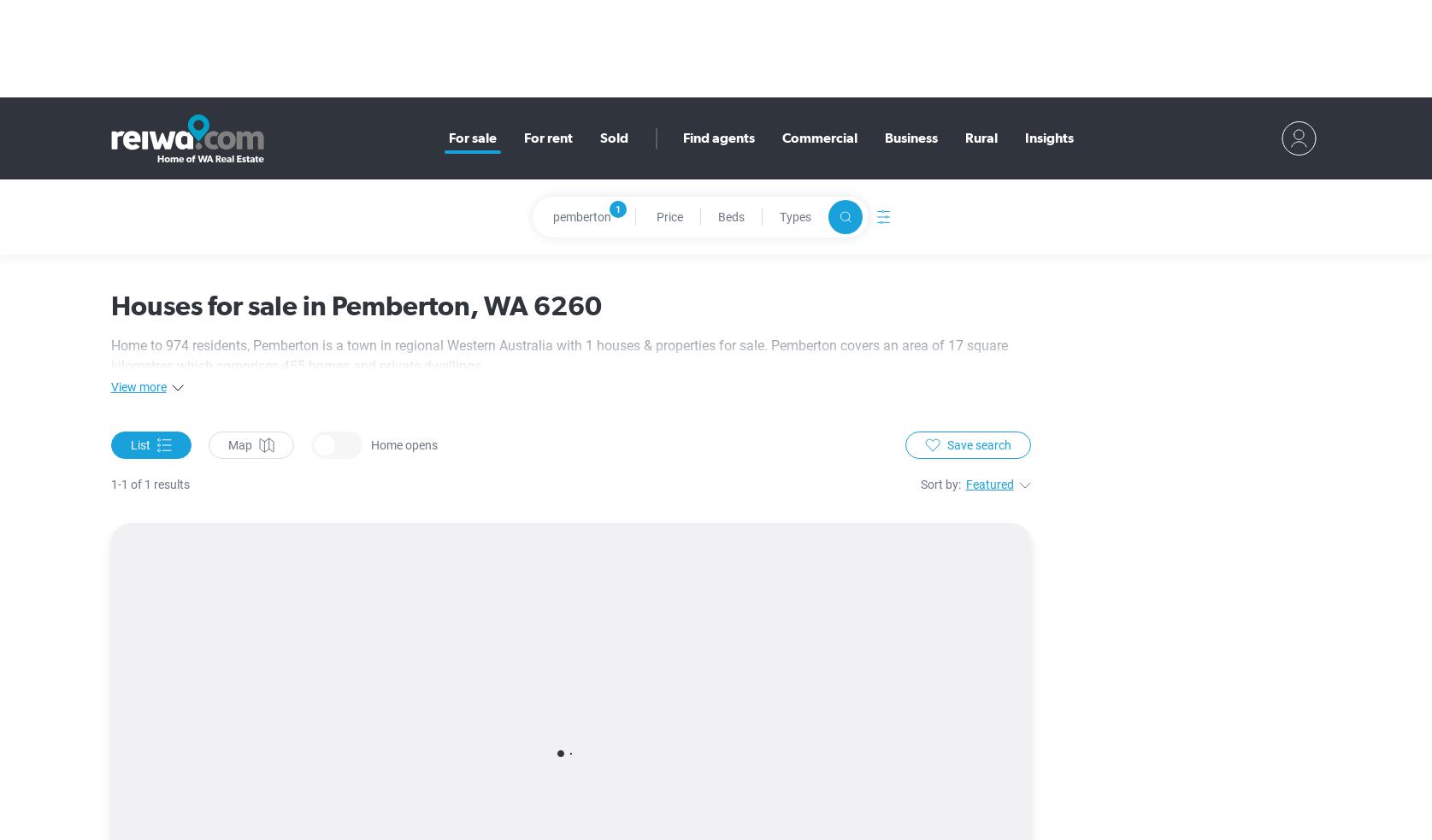 This screenshot has width=1432, height=840. Describe the element at coordinates (1023, 137) in the screenshot. I see `'Insights'` at that location.